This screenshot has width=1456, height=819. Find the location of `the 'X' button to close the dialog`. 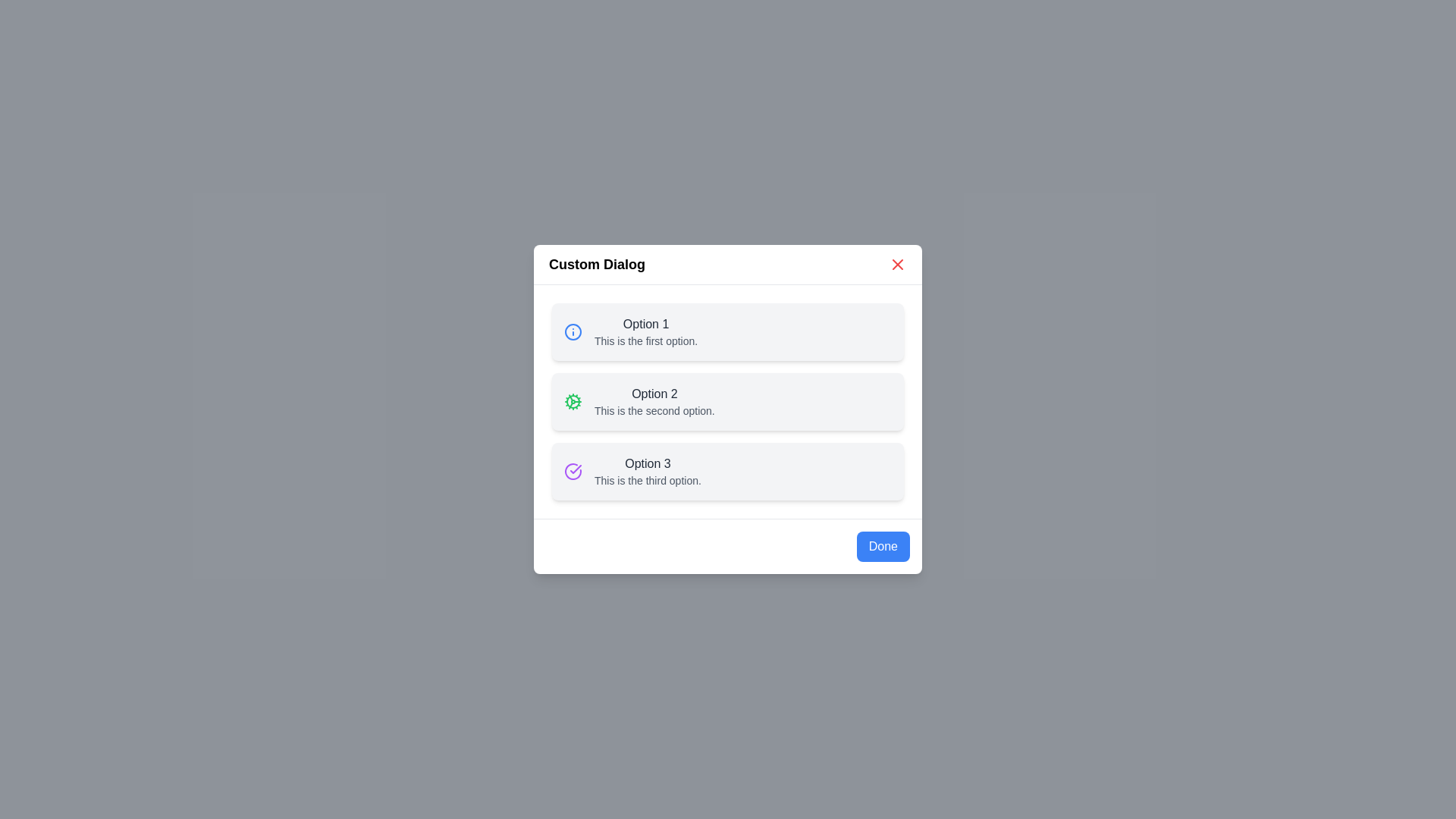

the 'X' button to close the dialog is located at coordinates (898, 263).